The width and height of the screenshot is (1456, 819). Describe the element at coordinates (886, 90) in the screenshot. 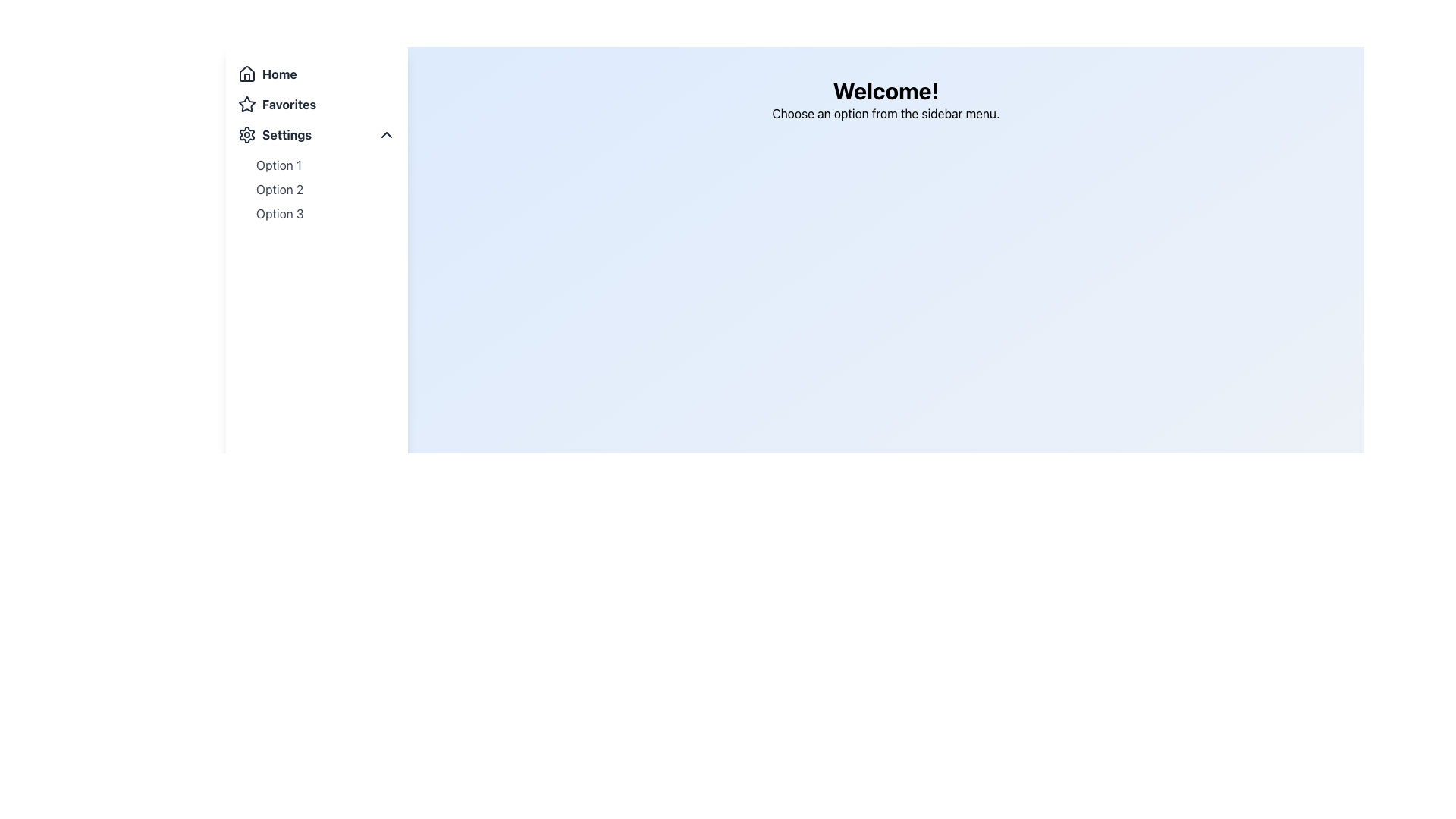

I see `the welcoming header text element located at the top center of the main content area, directly above the text 'Choose an option from the sidebar menu'` at that location.